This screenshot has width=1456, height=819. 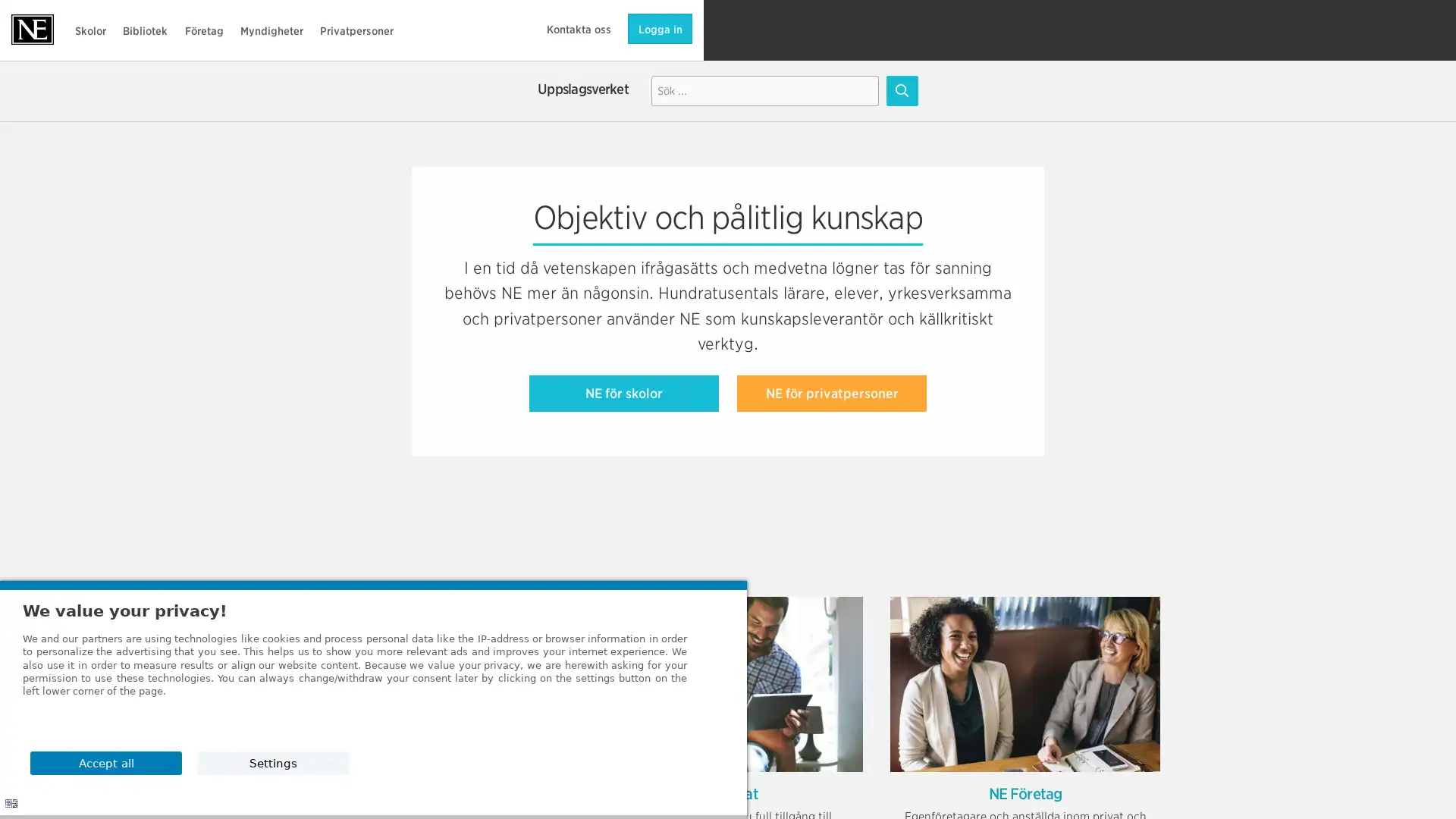 I want to click on Settings, so click(x=1099, y=762).